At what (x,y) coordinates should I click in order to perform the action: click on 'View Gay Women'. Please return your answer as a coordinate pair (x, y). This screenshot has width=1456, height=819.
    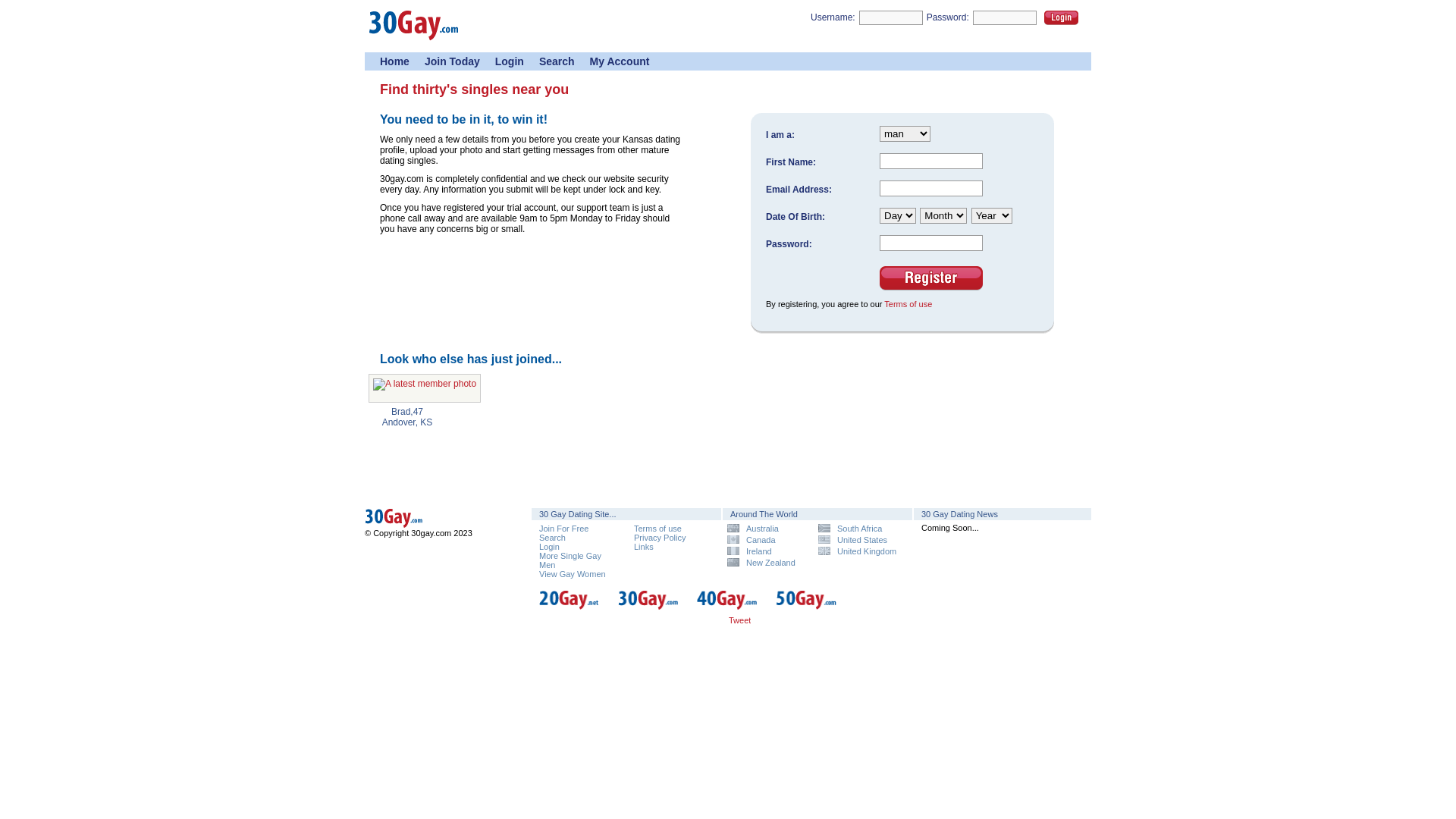
    Looking at the image, I should click on (571, 573).